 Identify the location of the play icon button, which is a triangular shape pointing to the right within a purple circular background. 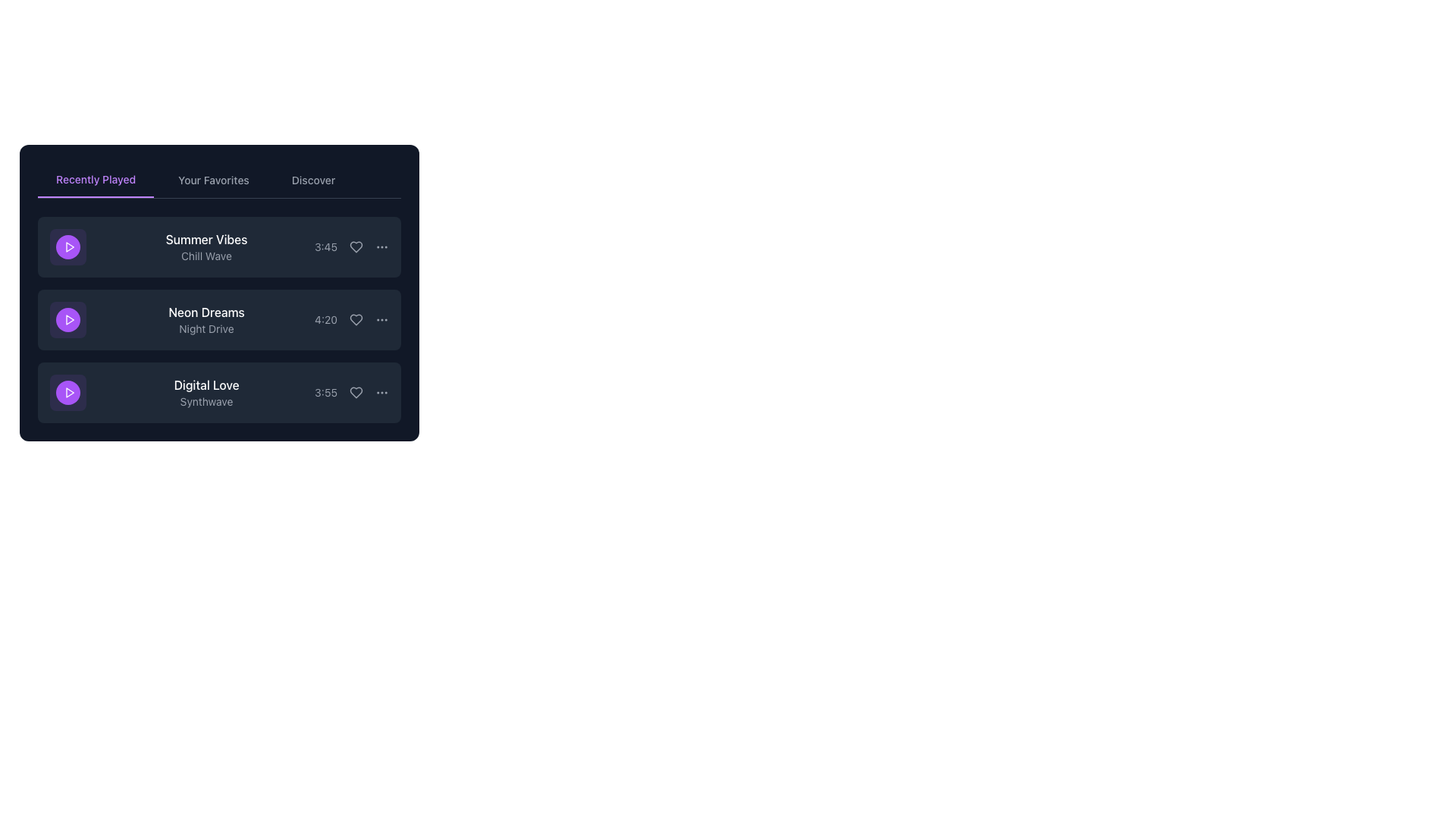
(68, 391).